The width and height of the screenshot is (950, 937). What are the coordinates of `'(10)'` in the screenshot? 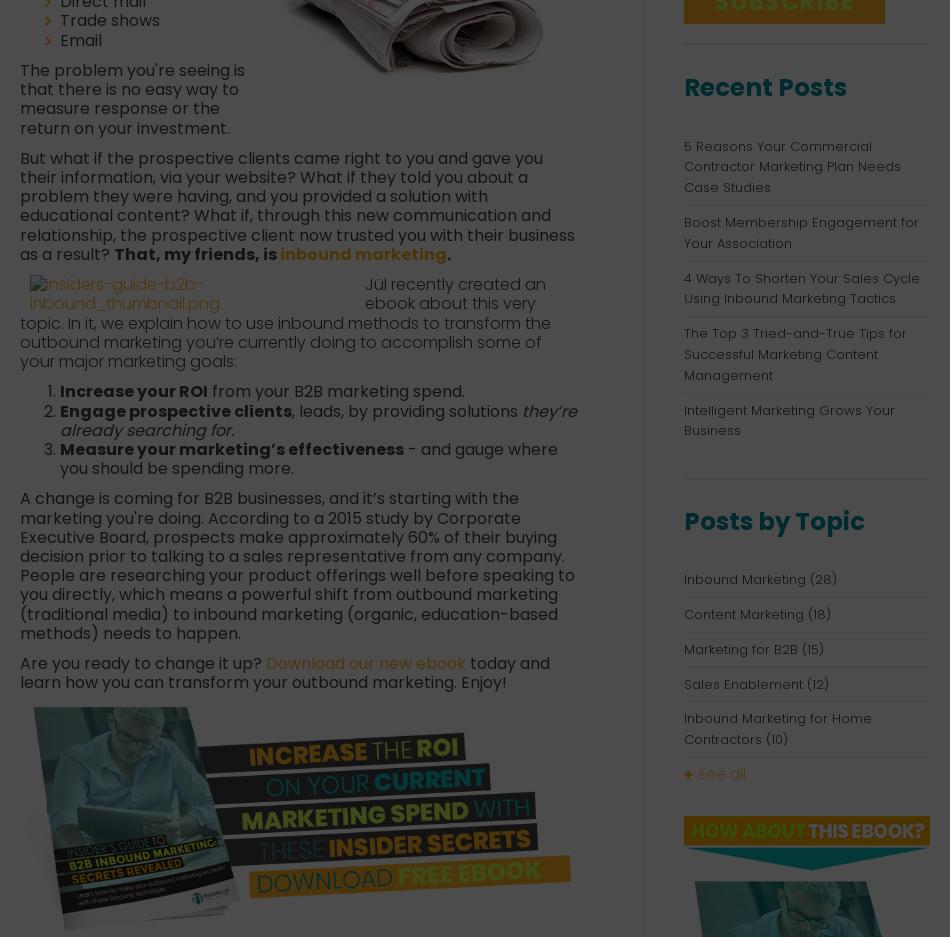 It's located at (776, 738).